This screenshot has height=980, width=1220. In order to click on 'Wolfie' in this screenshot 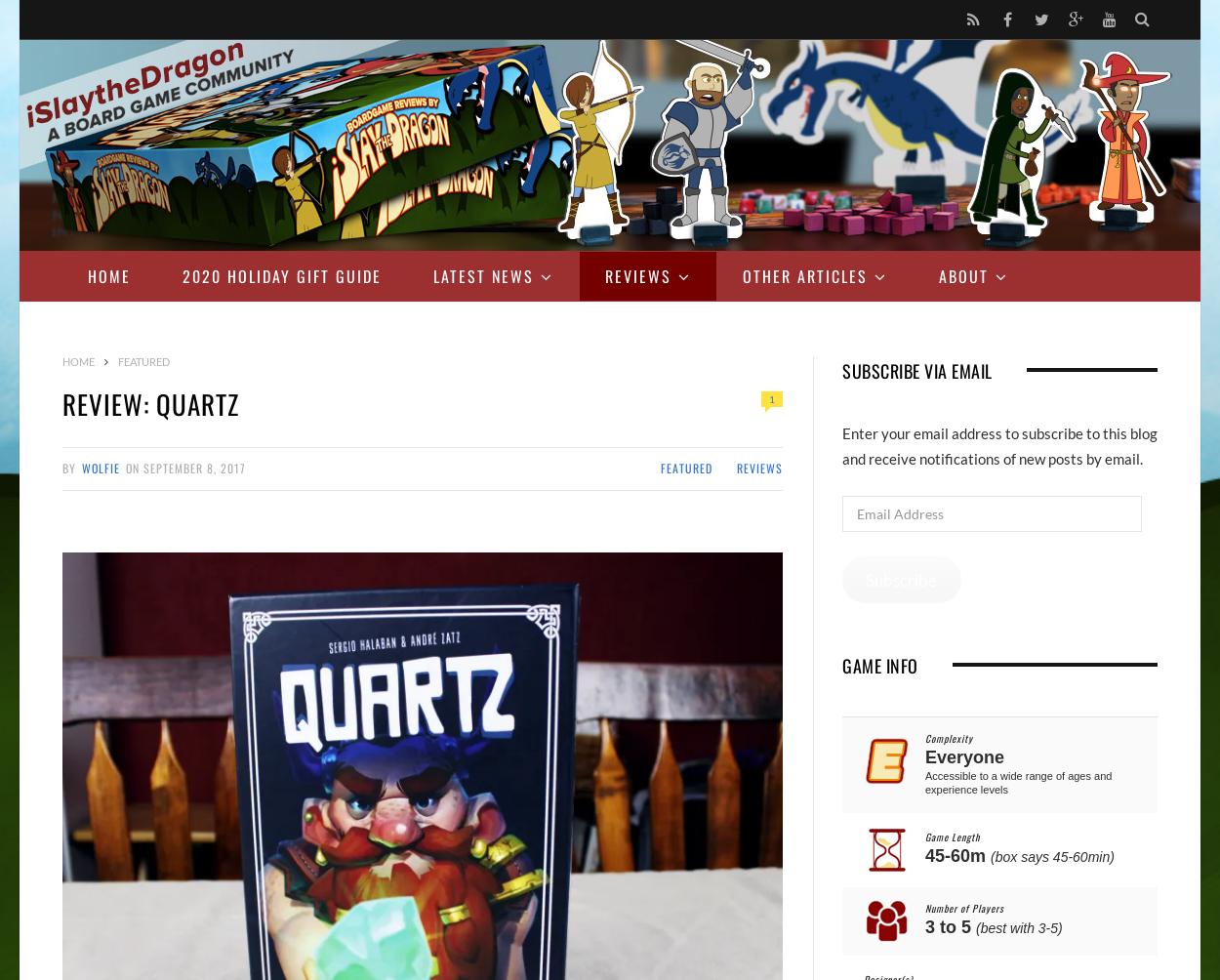, I will do `click(100, 467)`.